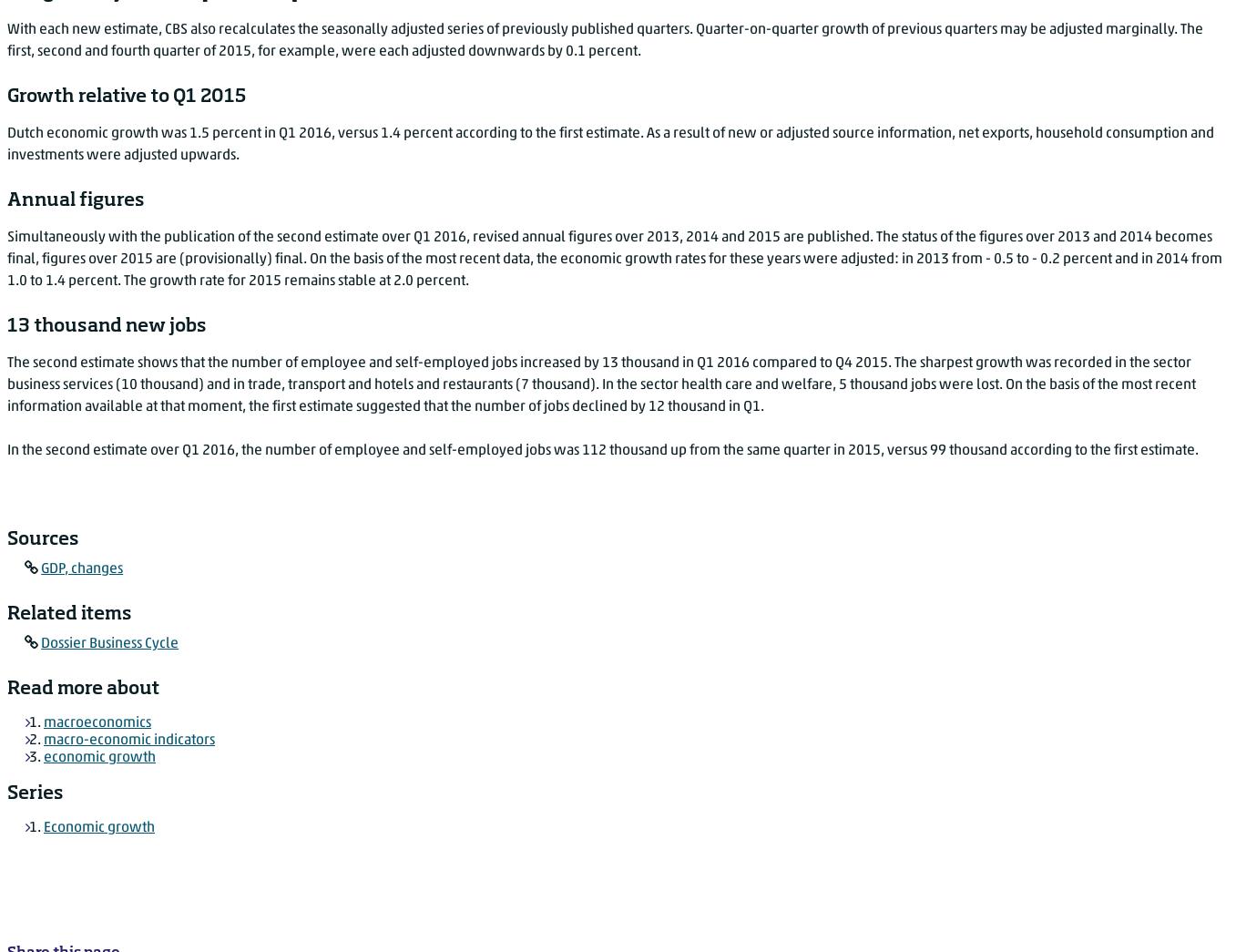 This screenshot has height=952, width=1236. I want to click on '10 thousand', so click(159, 384).